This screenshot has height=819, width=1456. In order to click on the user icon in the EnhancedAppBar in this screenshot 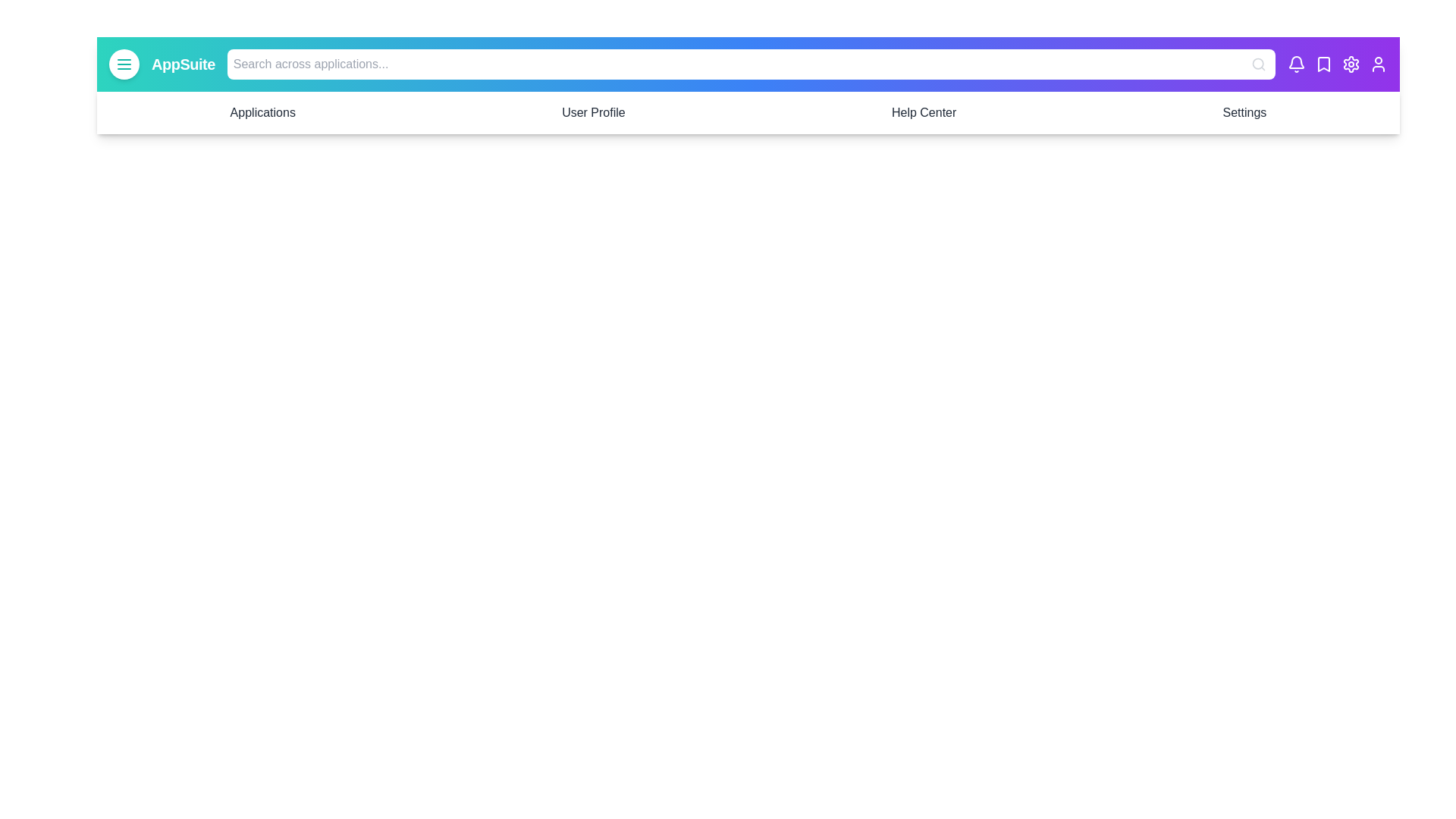, I will do `click(1379, 63)`.